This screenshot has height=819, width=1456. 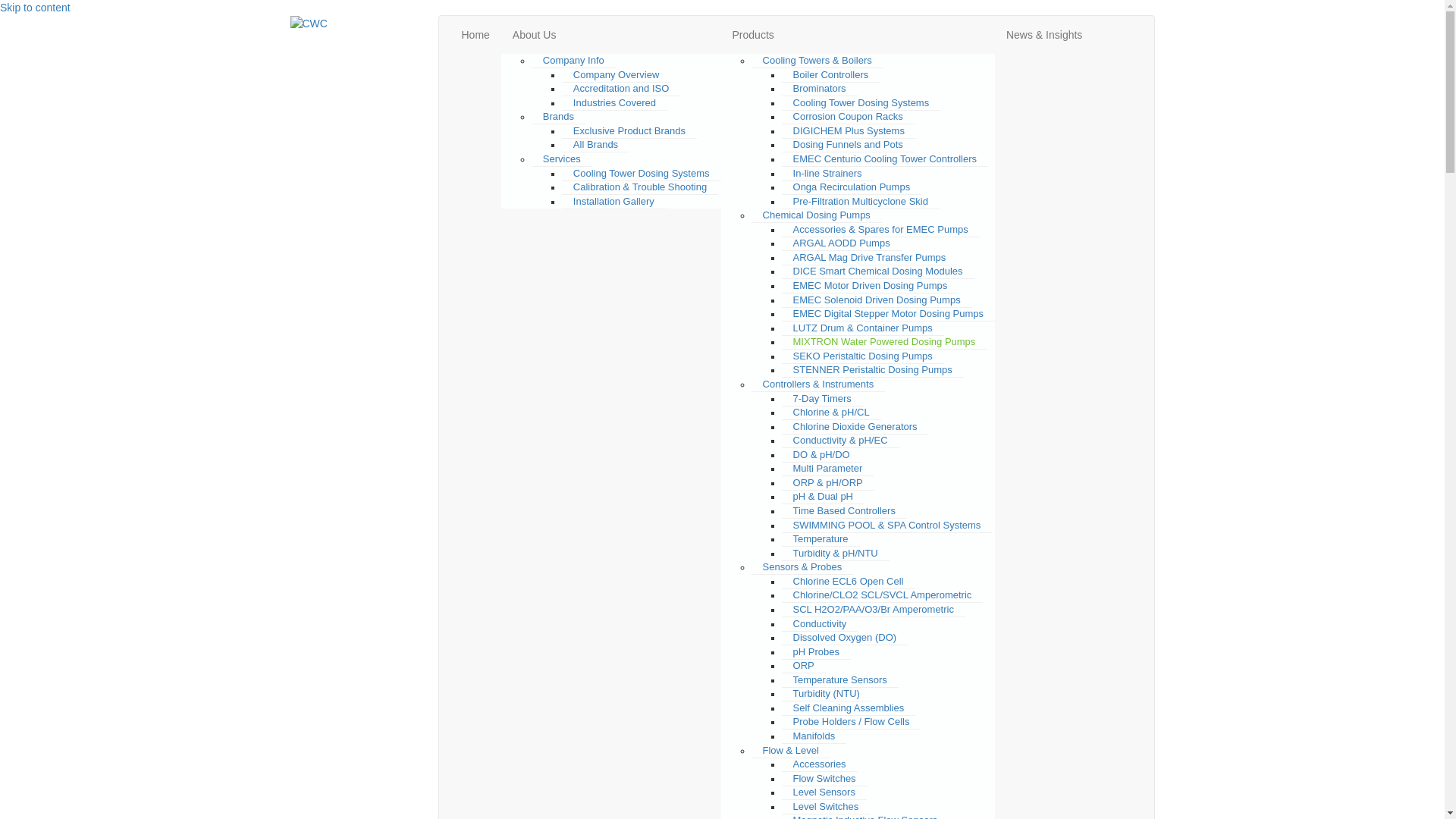 I want to click on 'DIGICHEM Plus Systems', so click(x=848, y=130).